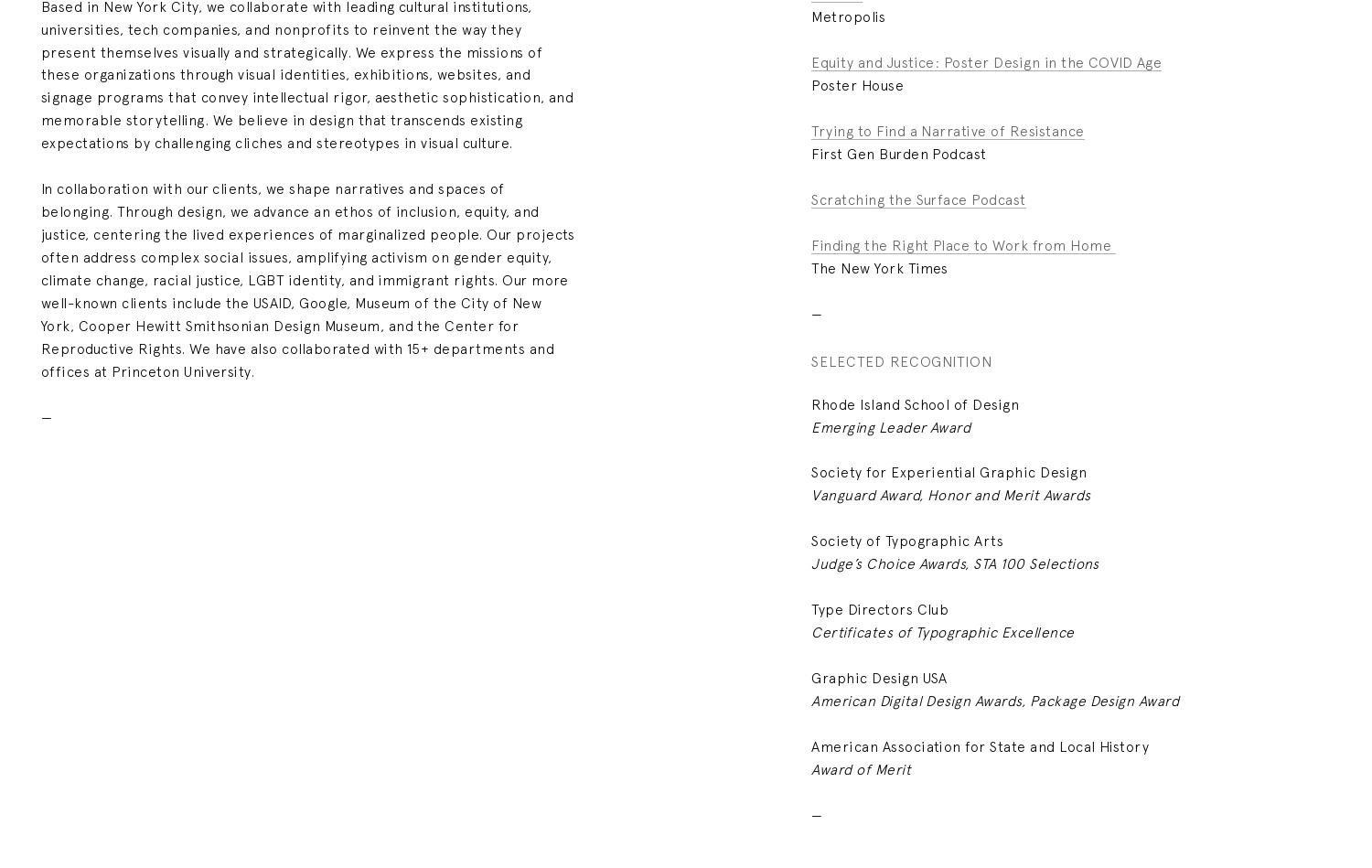  Describe the element at coordinates (810, 745) in the screenshot. I see `'American Association for State and Local History'` at that location.